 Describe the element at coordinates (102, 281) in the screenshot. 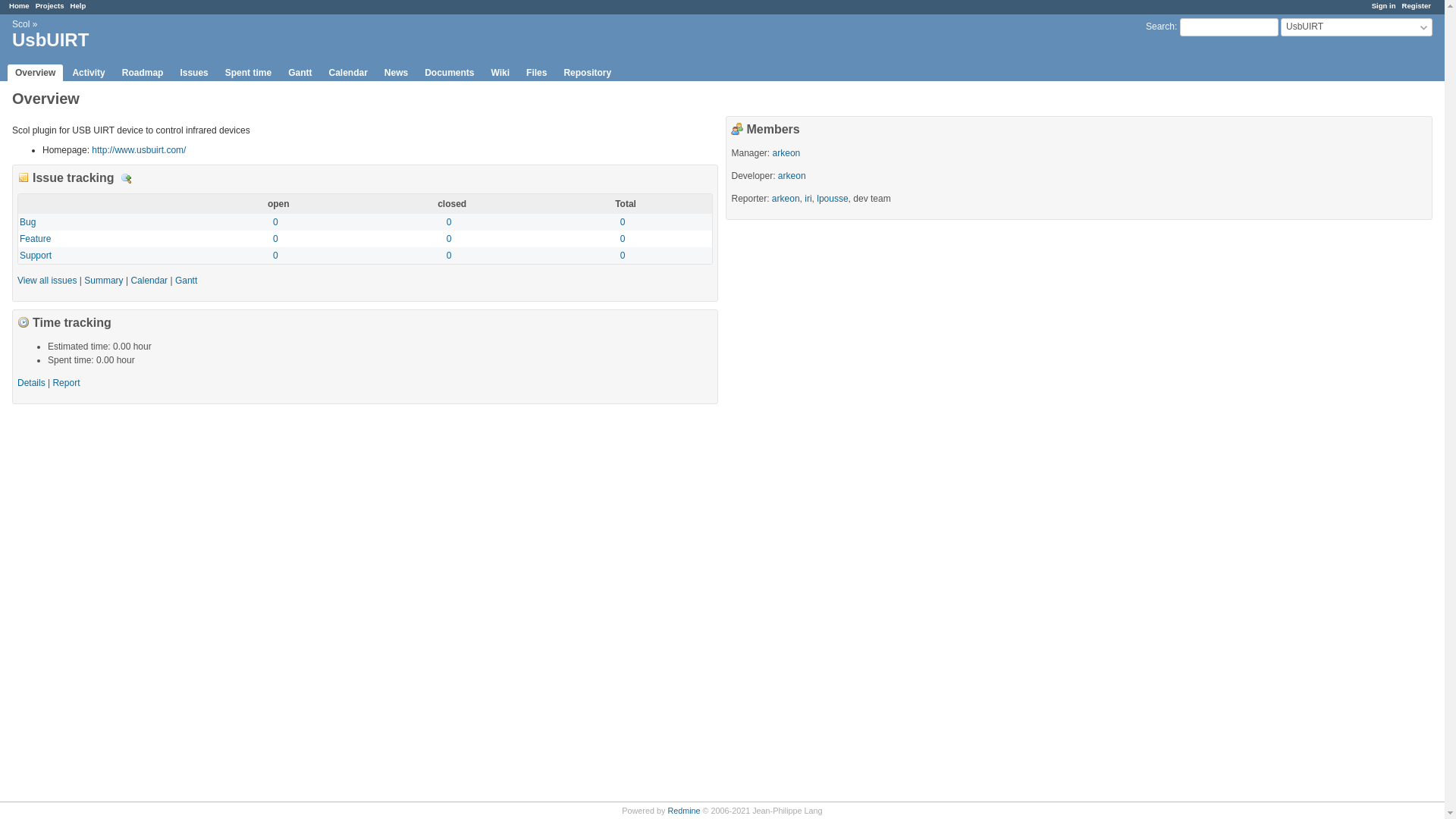

I see `'Summary'` at that location.